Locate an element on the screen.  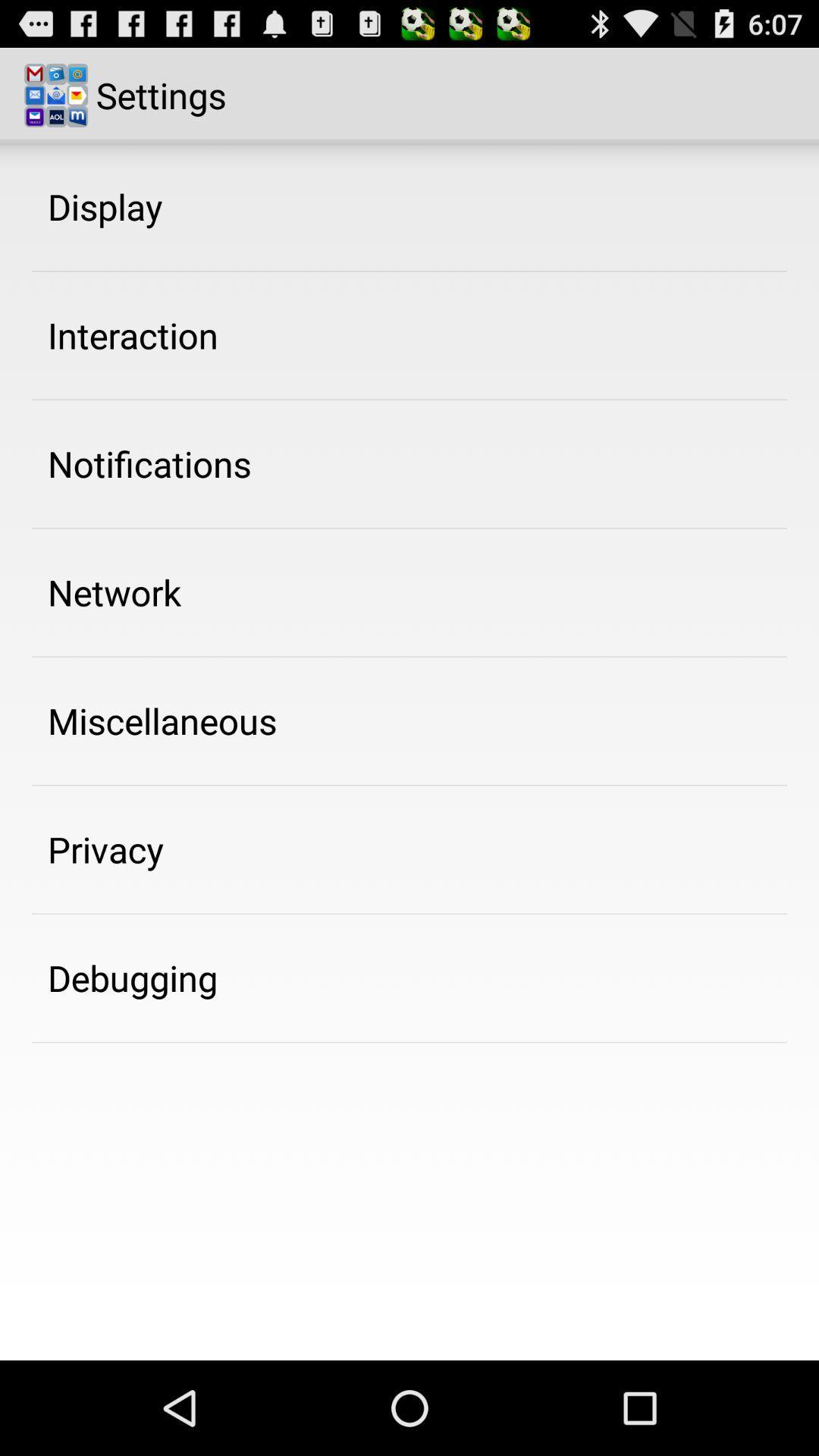
the display item is located at coordinates (104, 206).